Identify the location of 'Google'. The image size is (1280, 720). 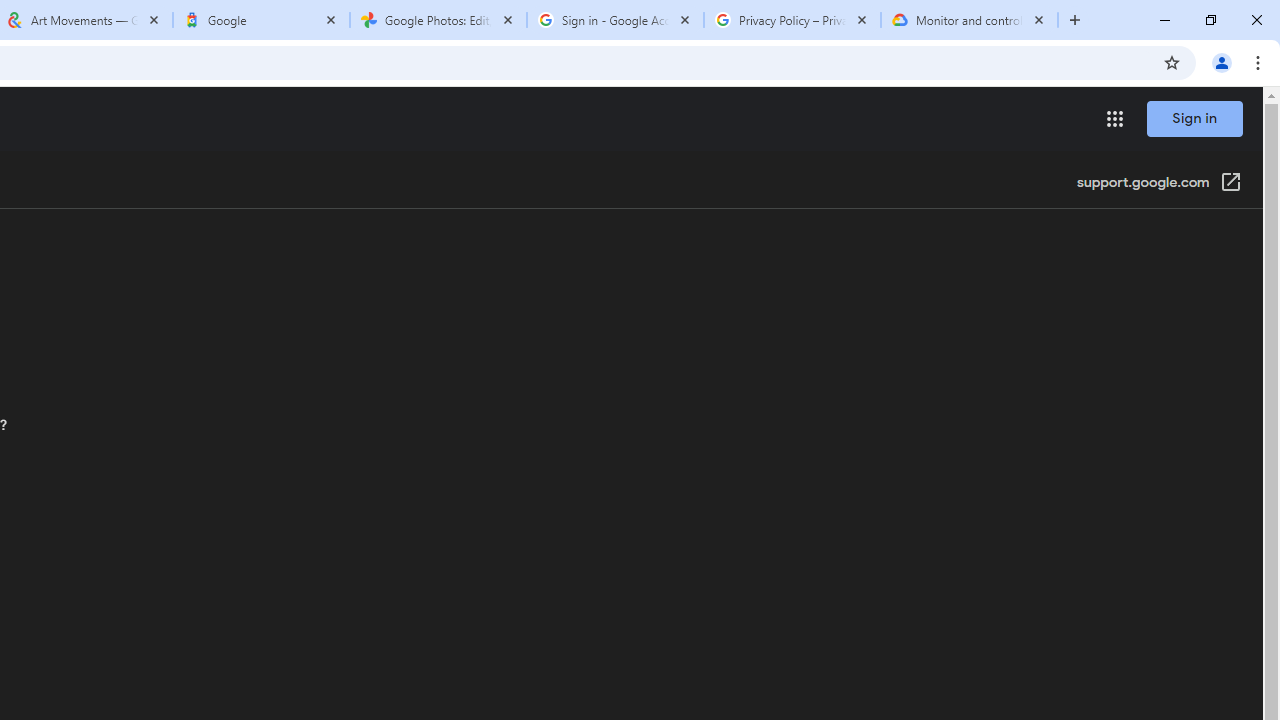
(260, 20).